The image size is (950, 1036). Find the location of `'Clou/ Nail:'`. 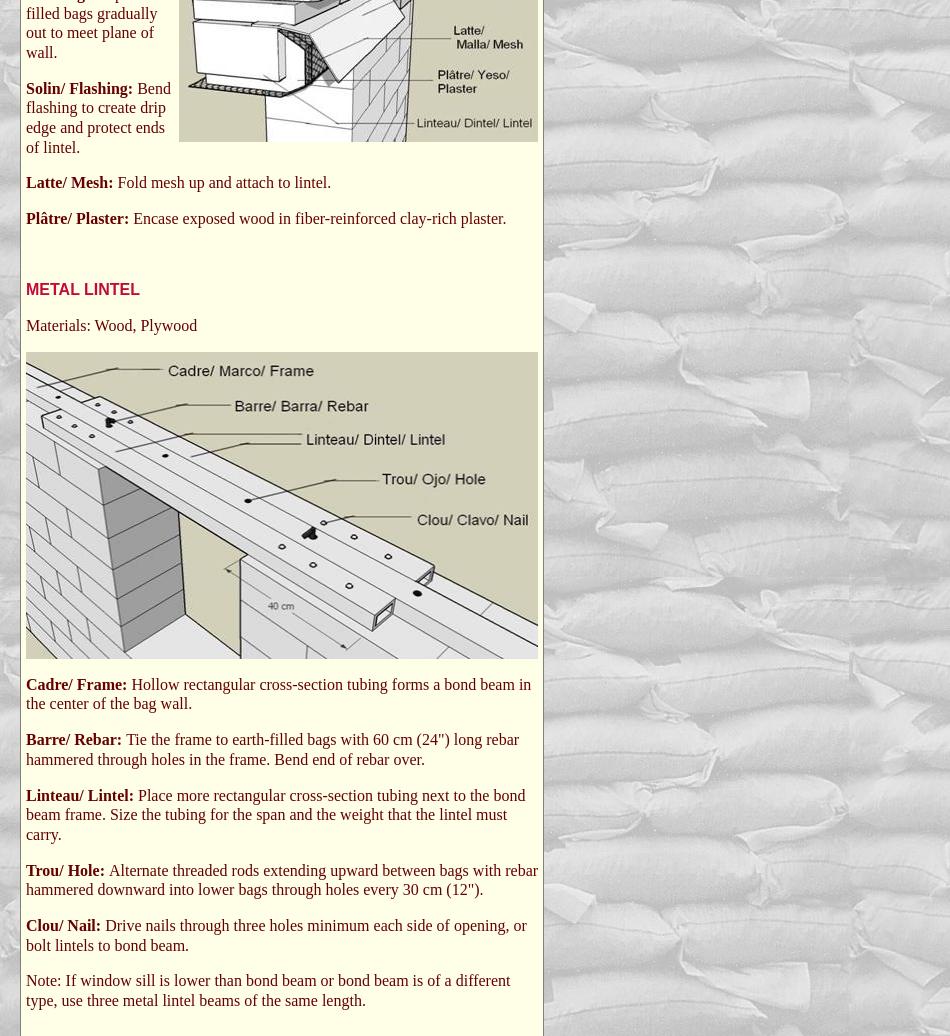

'Clou/ Nail:' is located at coordinates (26, 924).